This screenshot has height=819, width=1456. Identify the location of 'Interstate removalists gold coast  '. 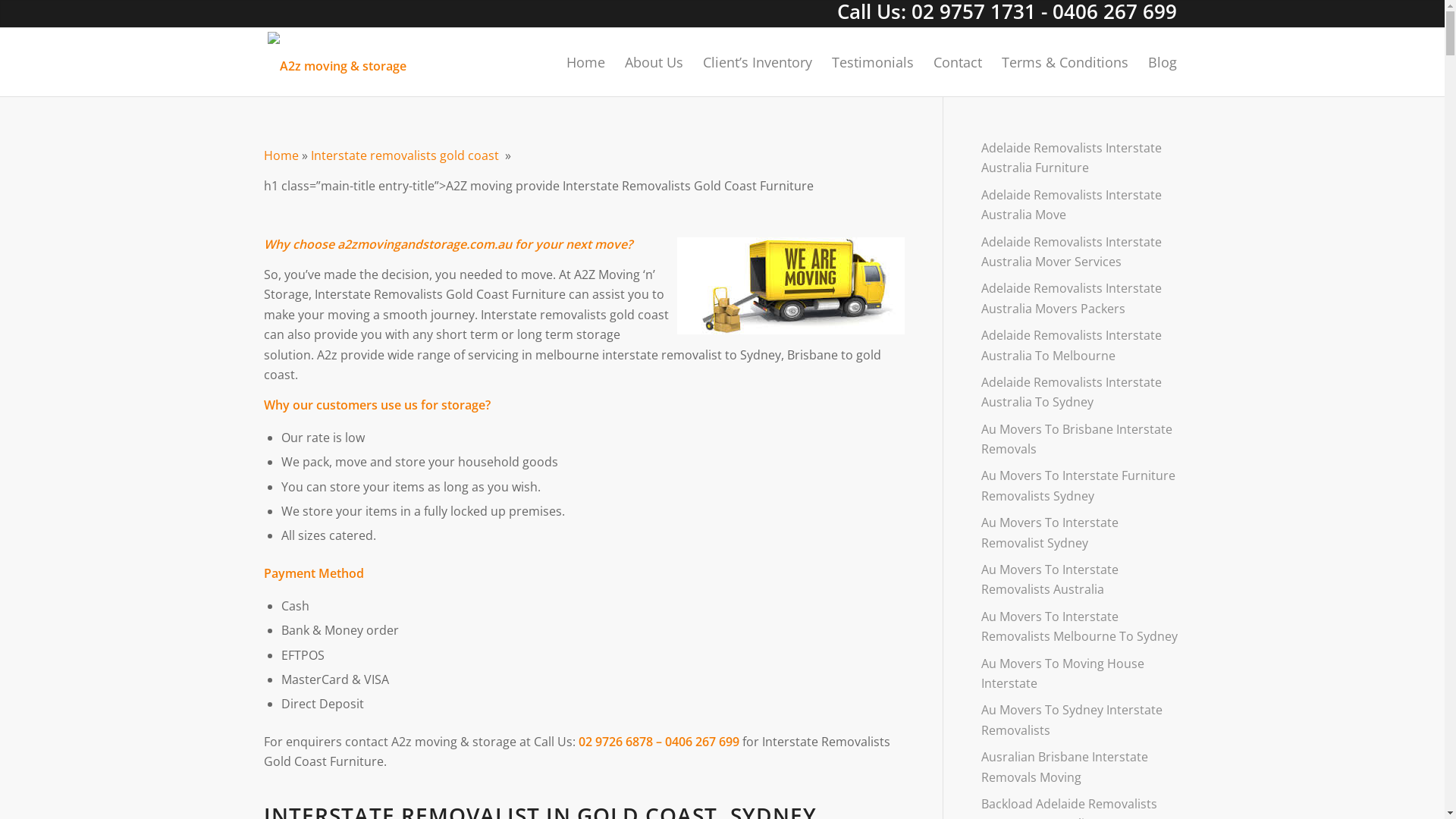
(309, 155).